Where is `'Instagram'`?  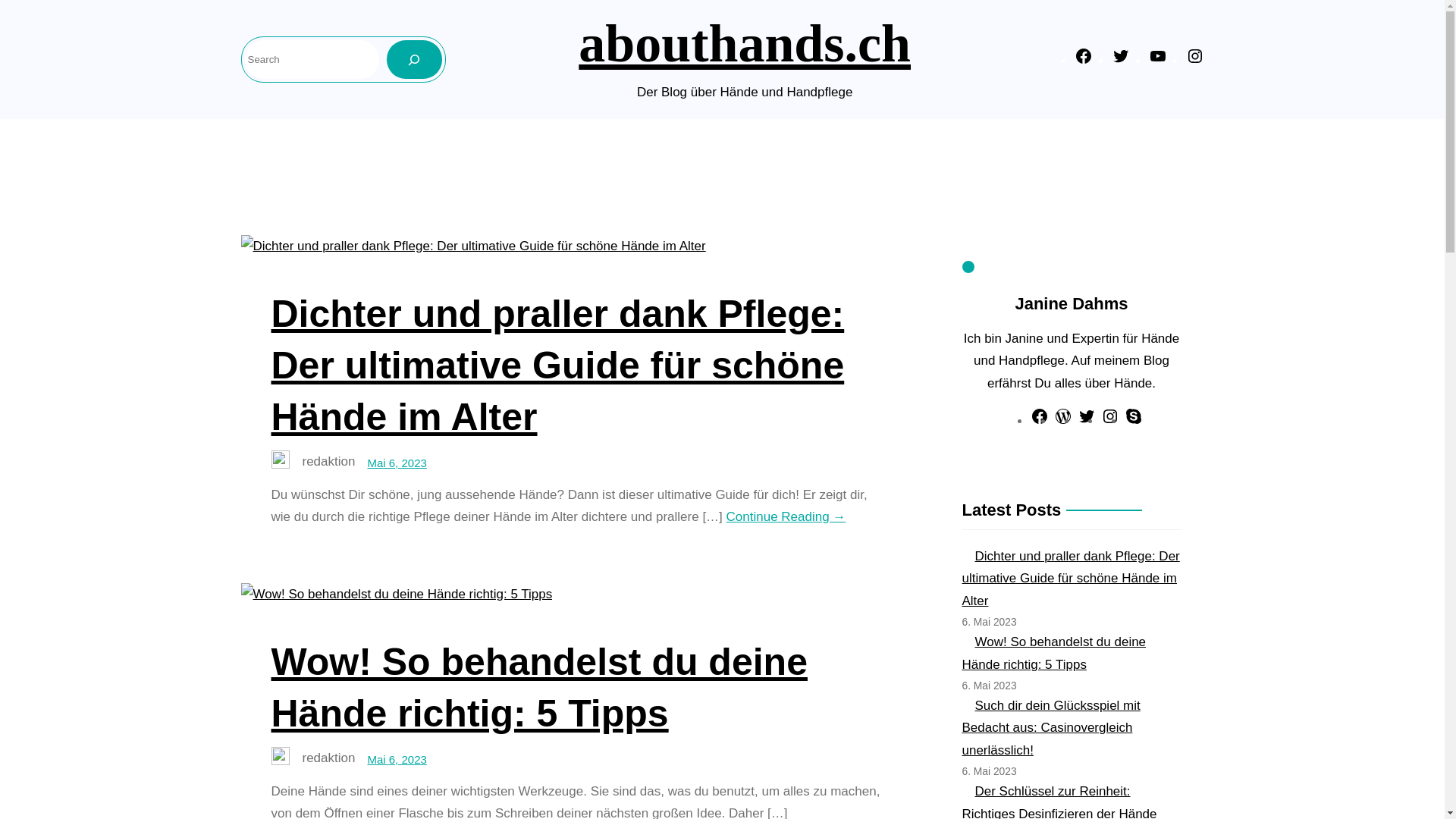
'Instagram' is located at coordinates (1110, 421).